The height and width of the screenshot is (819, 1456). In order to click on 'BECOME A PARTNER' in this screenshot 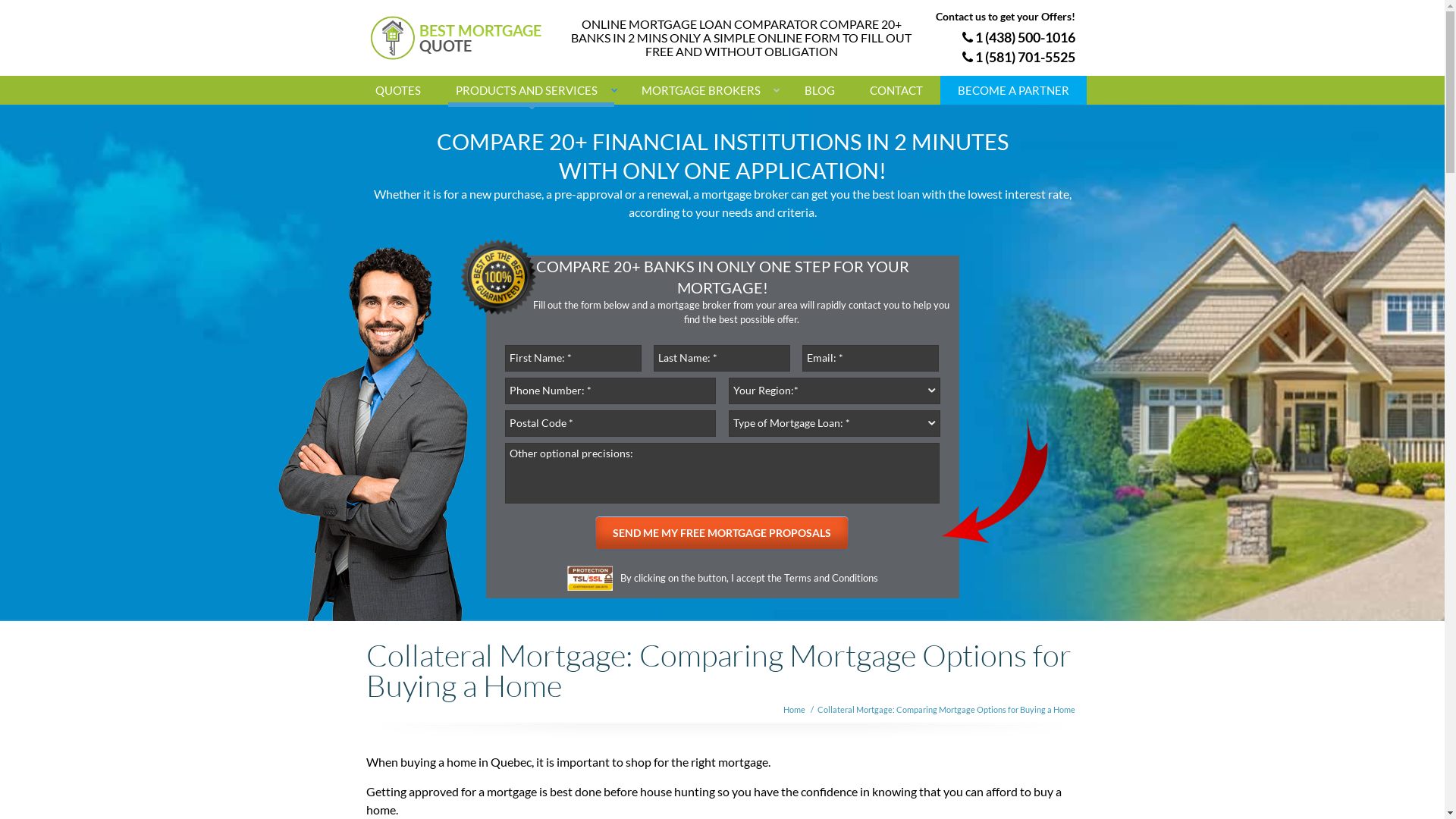, I will do `click(1013, 90)`.